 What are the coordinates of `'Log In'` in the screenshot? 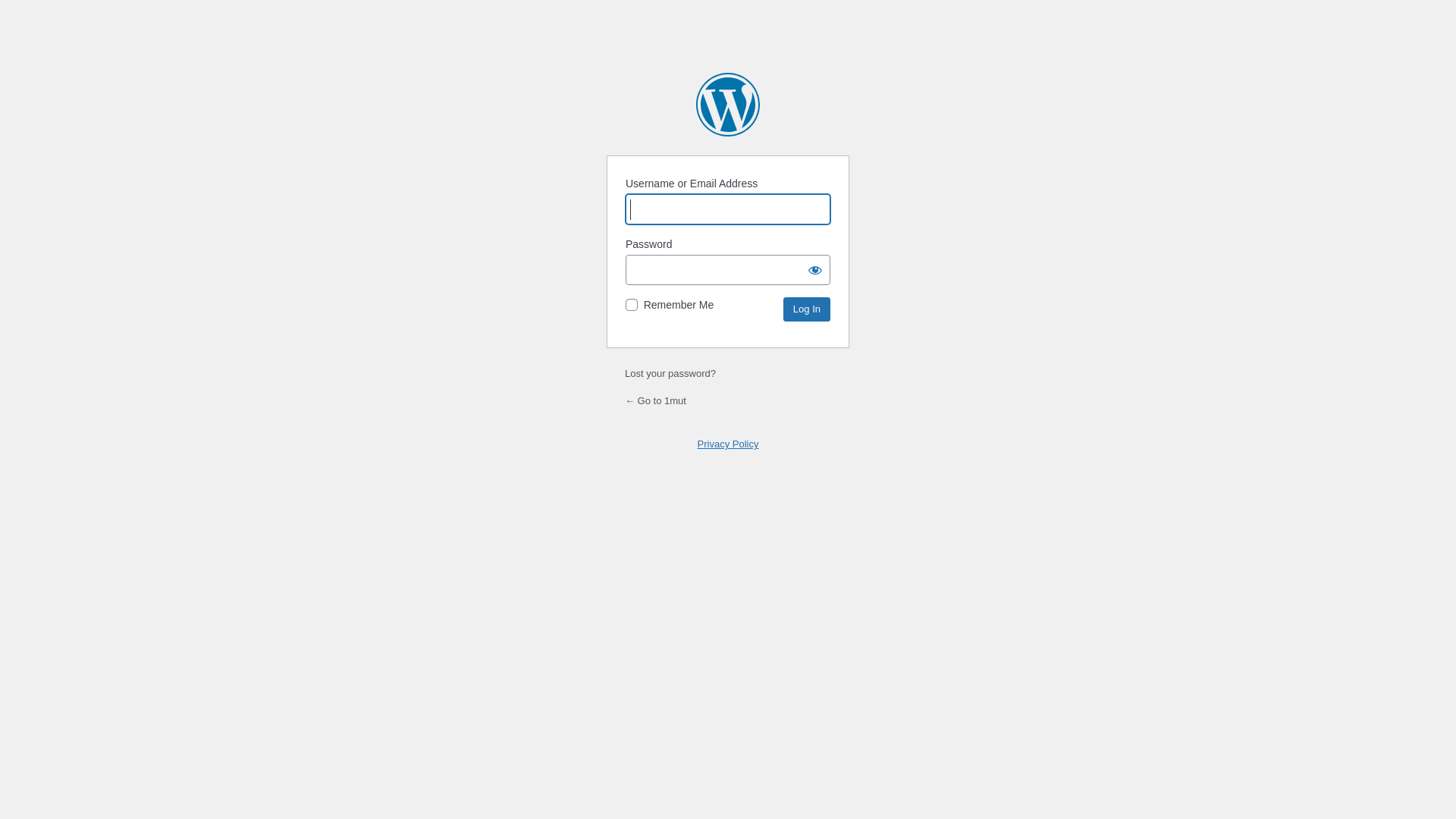 It's located at (806, 309).